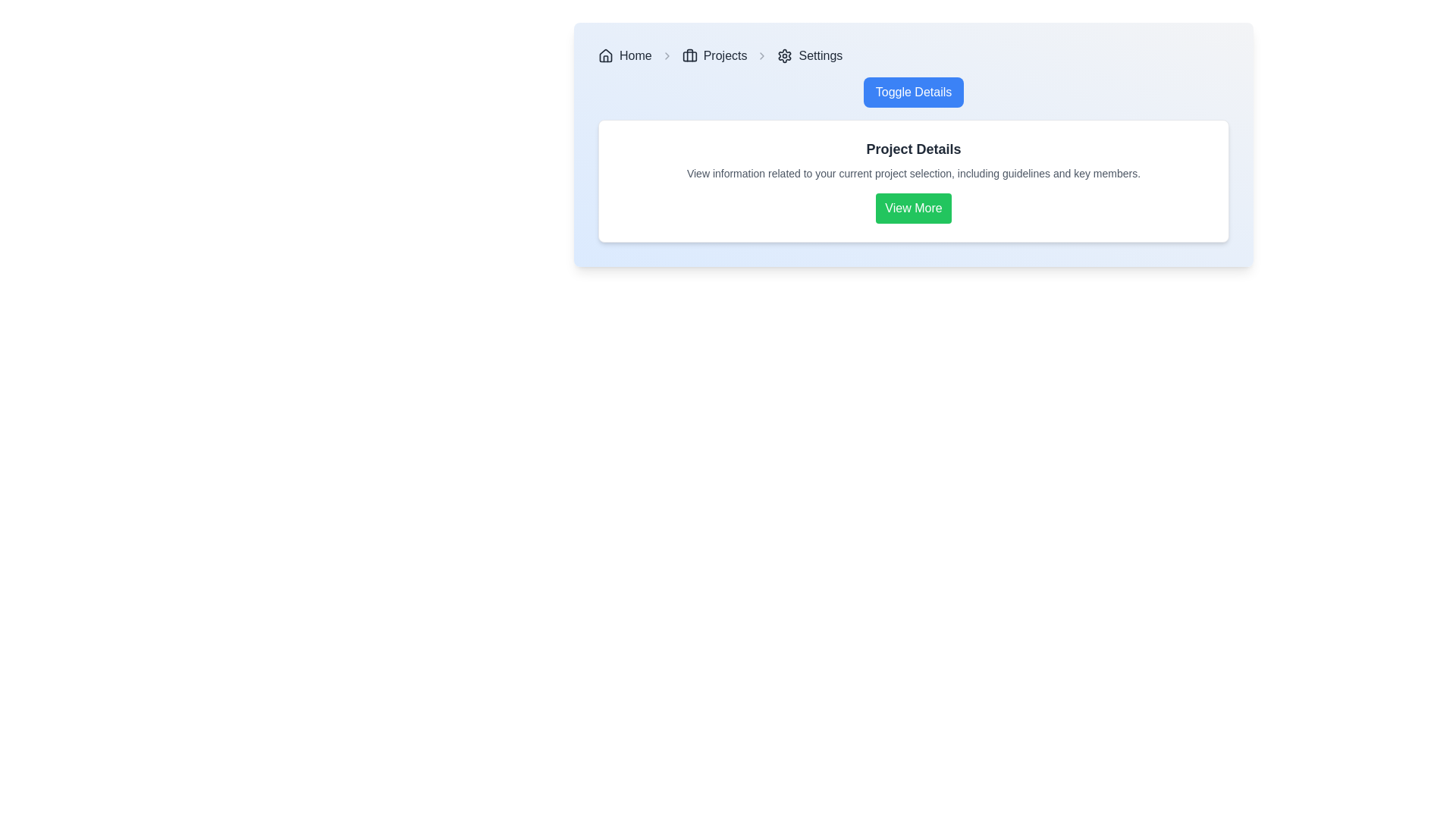 The image size is (1456, 819). Describe the element at coordinates (912, 93) in the screenshot. I see `the button located at the top-right section of the interface, which toggles the visibility of additional project details` at that location.